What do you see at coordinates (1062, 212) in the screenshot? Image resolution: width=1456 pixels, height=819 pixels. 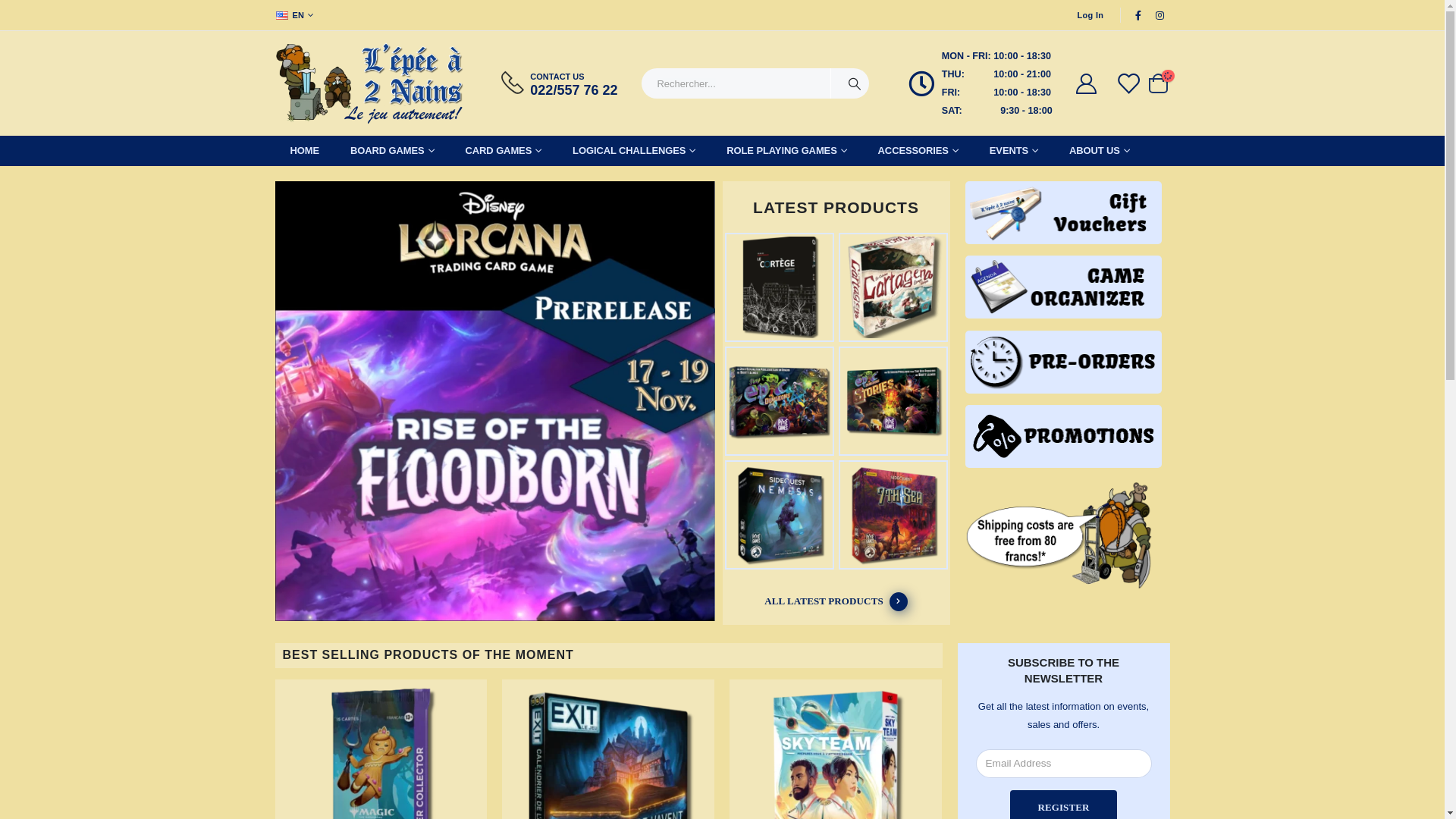 I see `'bons_cadeaux_en'` at bounding box center [1062, 212].